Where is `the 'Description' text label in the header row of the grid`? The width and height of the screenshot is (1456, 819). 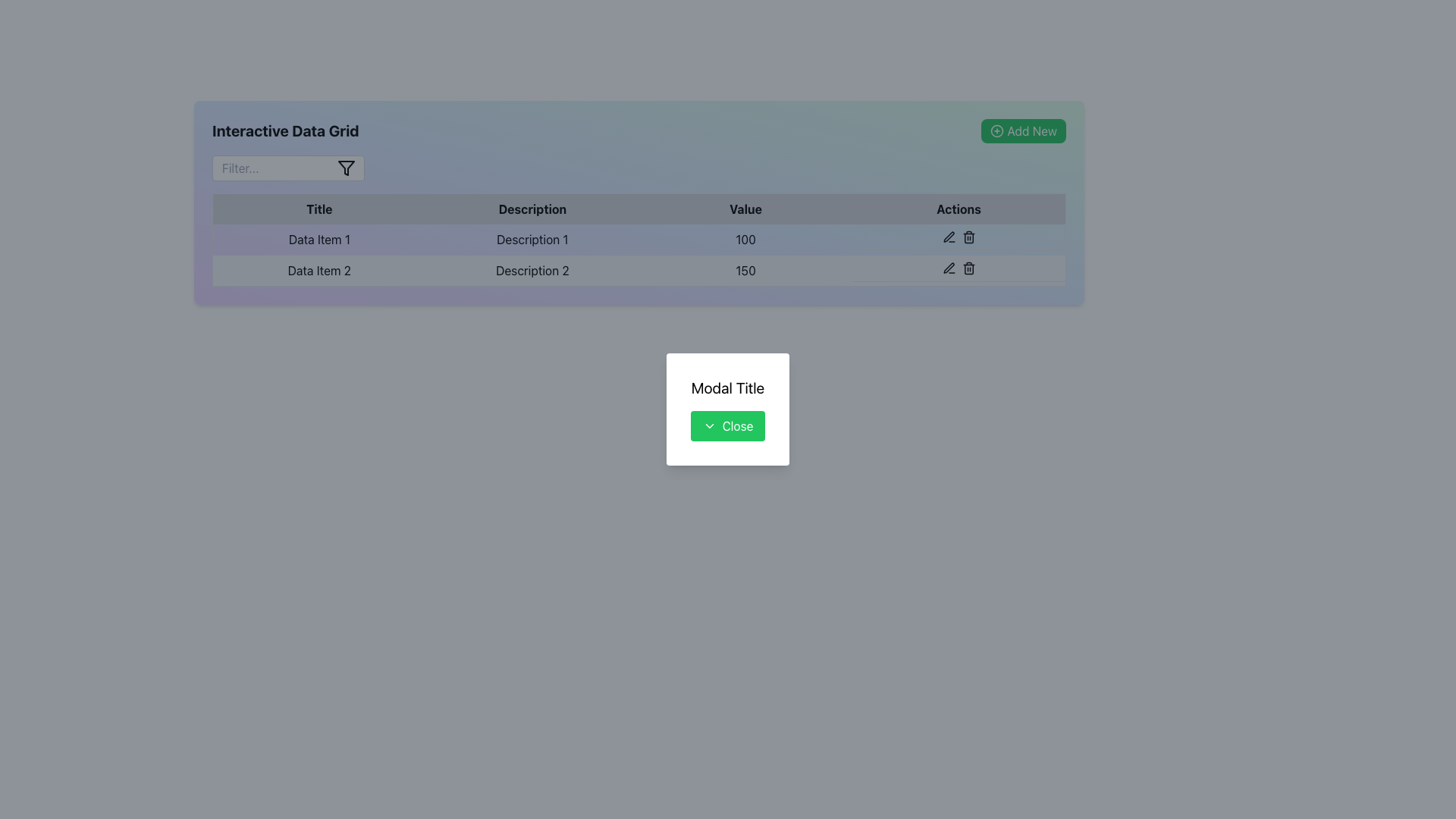
the 'Description' text label in the header row of the grid is located at coordinates (318, 209).